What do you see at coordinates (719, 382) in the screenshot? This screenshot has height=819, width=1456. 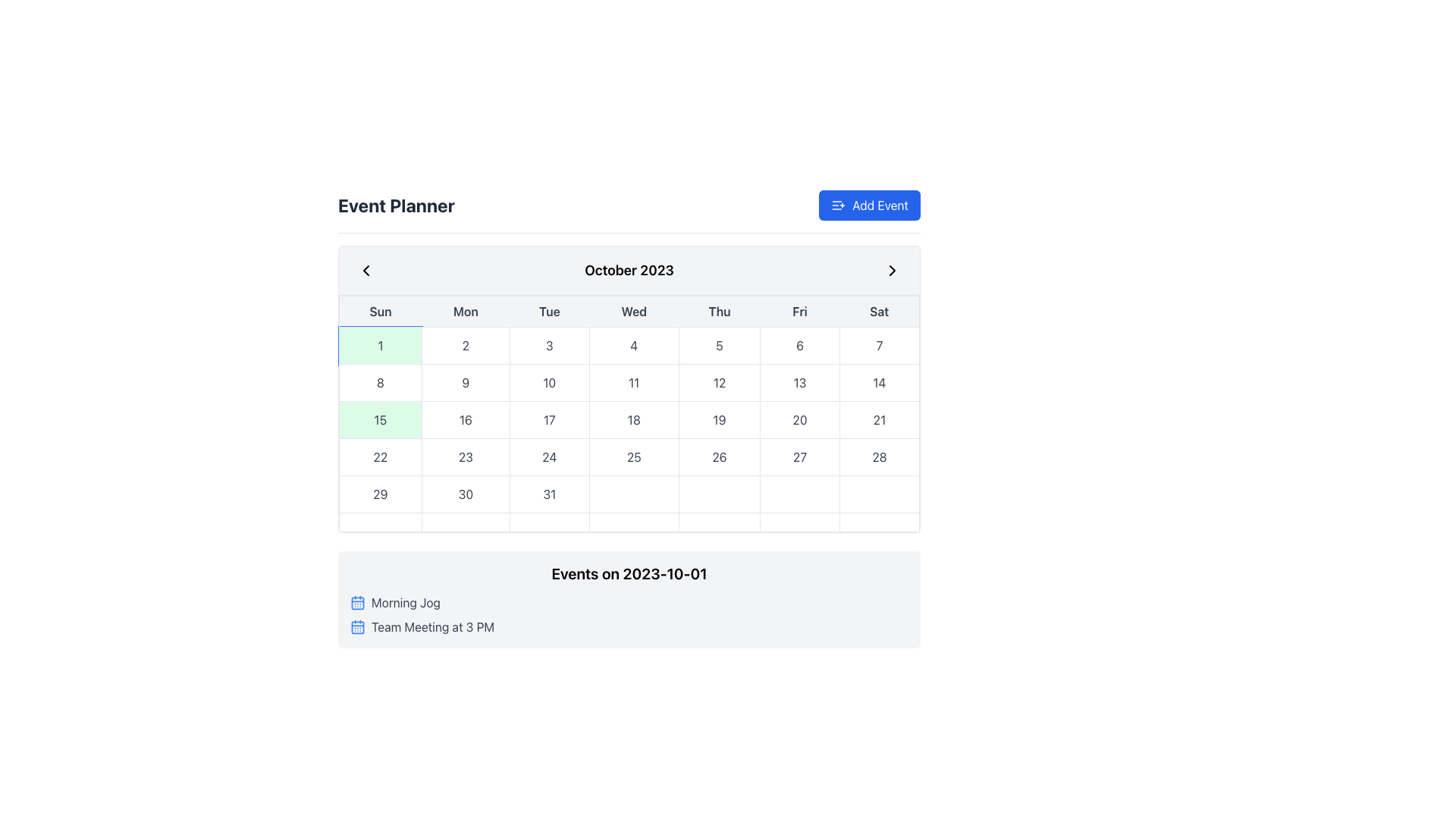 I see `the button-like calendar day item representing the date '12th October 2023'` at bounding box center [719, 382].